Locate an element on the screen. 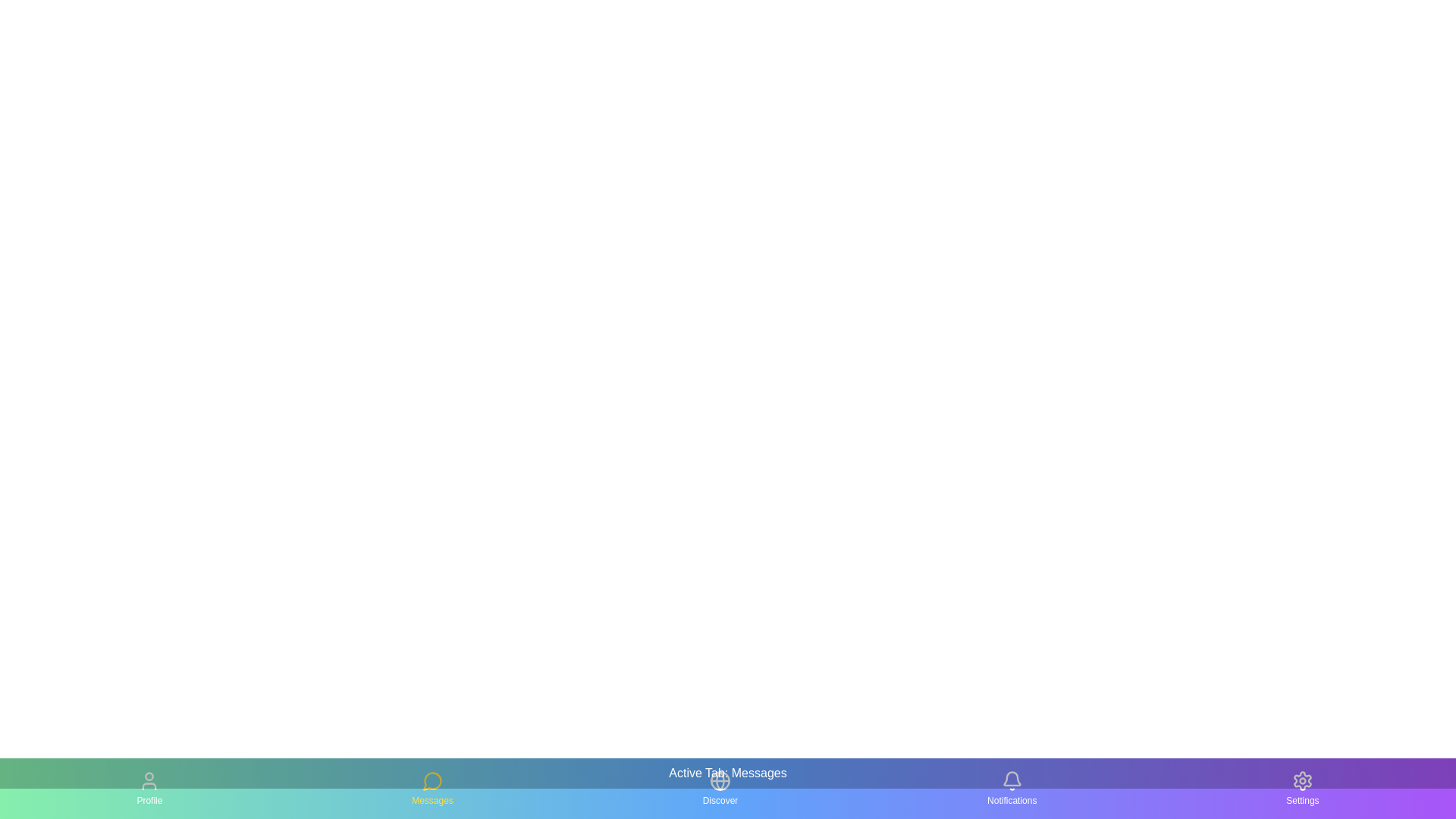 The image size is (1456, 819). the tab labeled Discover is located at coordinates (720, 788).